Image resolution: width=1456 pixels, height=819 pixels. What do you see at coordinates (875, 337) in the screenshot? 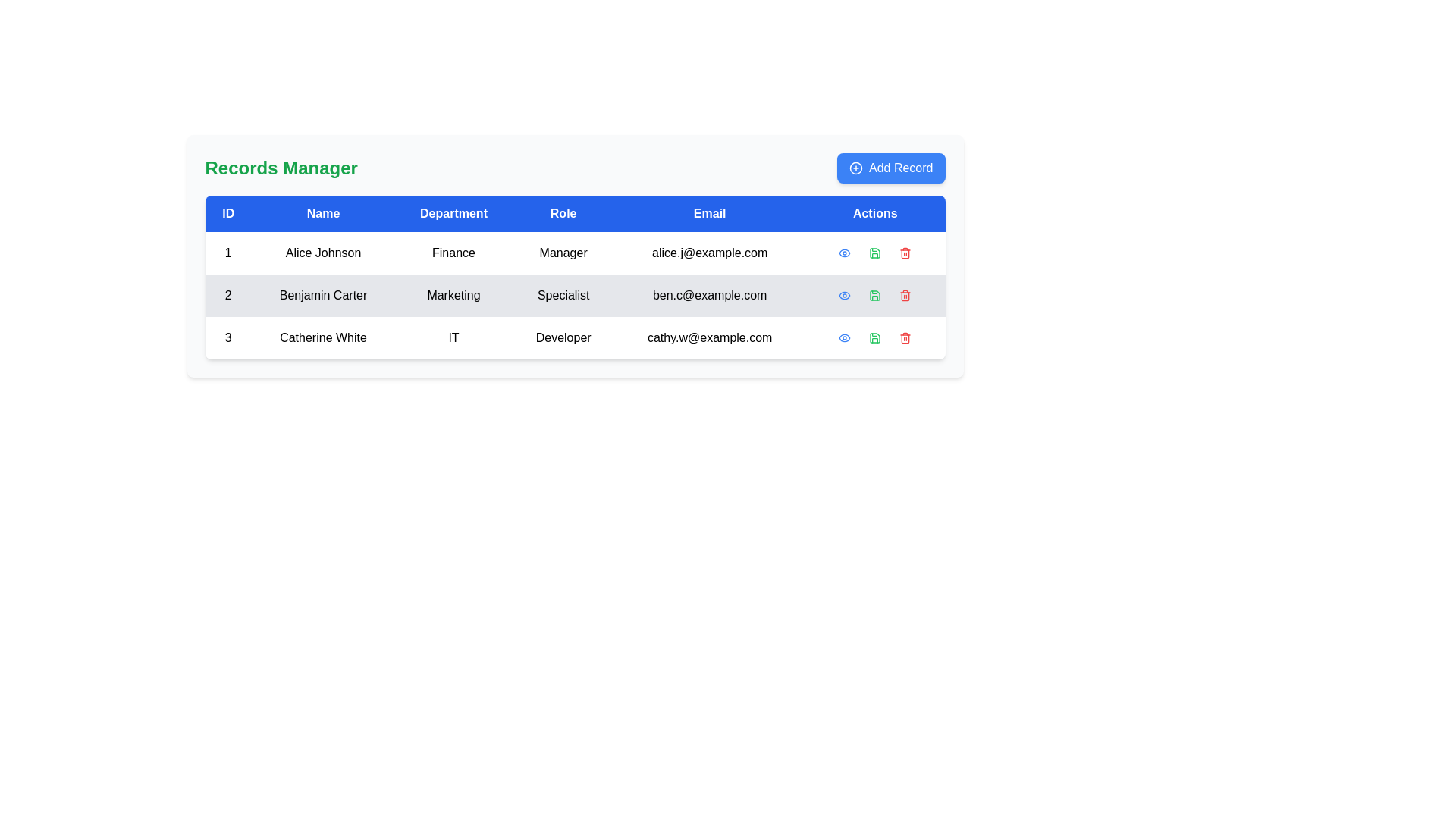
I see `the rounded square green button with a floppy disk symbol located in the 'Actions' column for user Catherine White, which is the middle icon among three action icons` at bounding box center [875, 337].